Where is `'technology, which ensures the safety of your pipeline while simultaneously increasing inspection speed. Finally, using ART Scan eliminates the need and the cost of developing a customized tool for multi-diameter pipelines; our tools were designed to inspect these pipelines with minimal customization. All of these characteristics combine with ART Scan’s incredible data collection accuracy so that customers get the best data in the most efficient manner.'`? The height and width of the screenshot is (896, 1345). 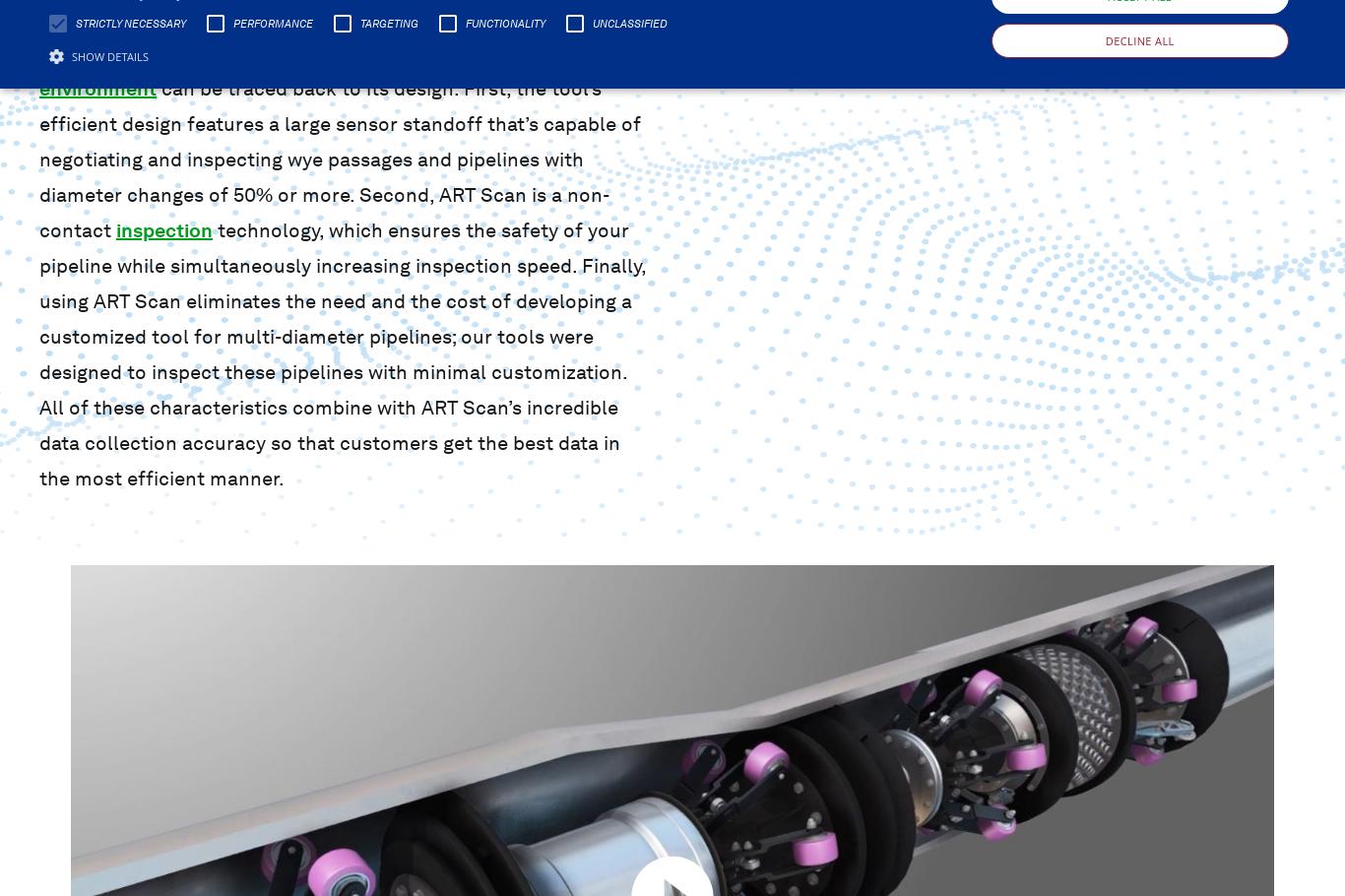
'technology, which ensures the safety of your pipeline while simultaneously increasing inspection speed. Finally, using ART Scan eliminates the need and the cost of developing a customized tool for multi-diameter pipelines; our tools were designed to inspect these pipelines with minimal customization. All of these characteristics combine with ART Scan’s incredible data collection accuracy so that customers get the best data in the most efficient manner.' is located at coordinates (342, 353).